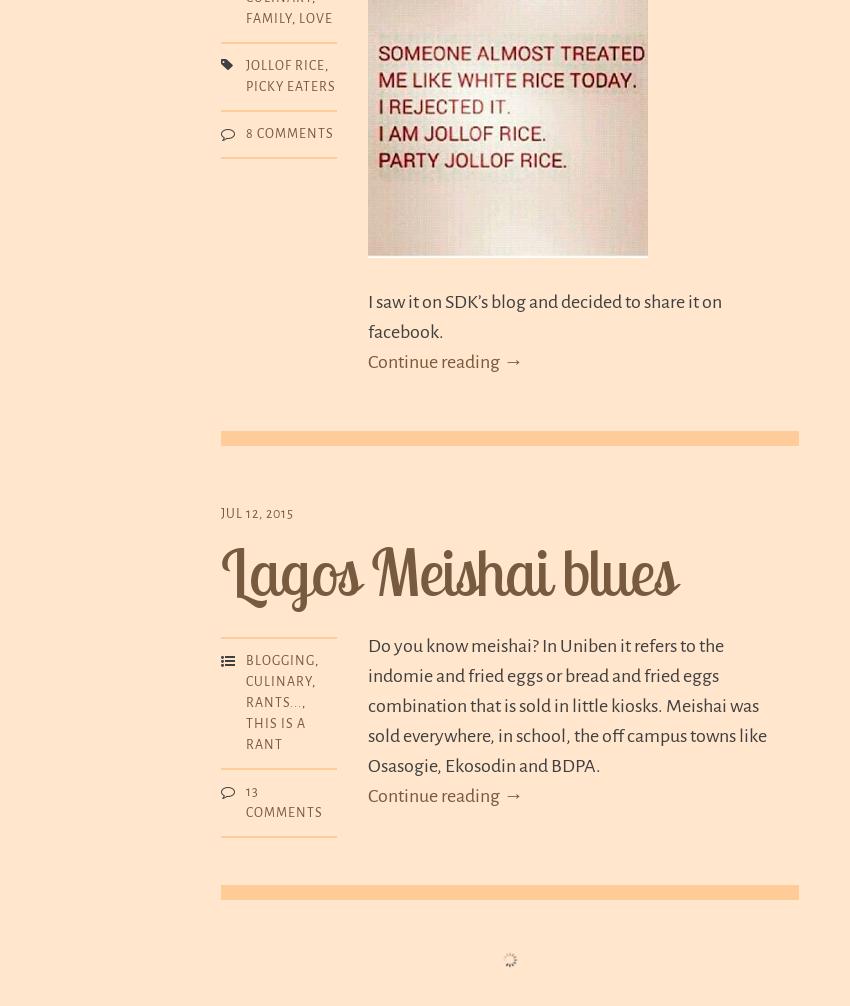 This screenshot has width=850, height=1006. What do you see at coordinates (544, 314) in the screenshot?
I see `'I saw it on SDK’s blog and decided to share it on facebook.'` at bounding box center [544, 314].